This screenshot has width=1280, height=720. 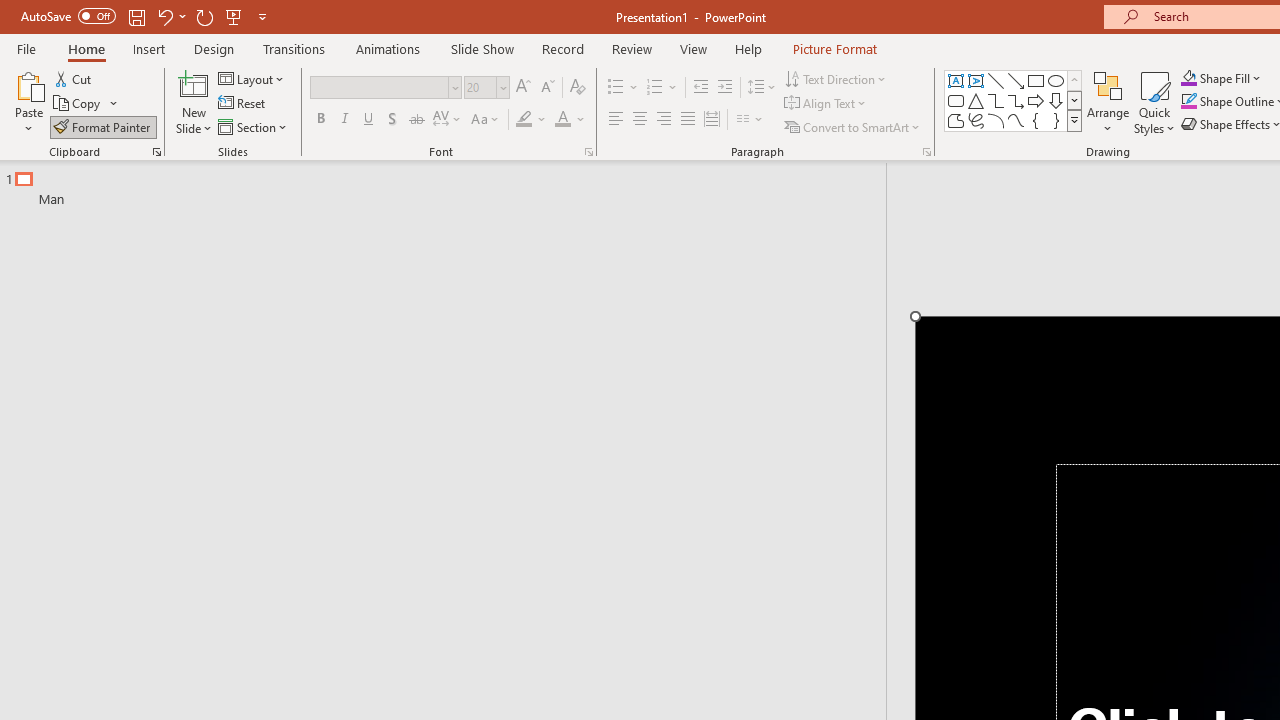 What do you see at coordinates (995, 120) in the screenshot?
I see `'Arc'` at bounding box center [995, 120].